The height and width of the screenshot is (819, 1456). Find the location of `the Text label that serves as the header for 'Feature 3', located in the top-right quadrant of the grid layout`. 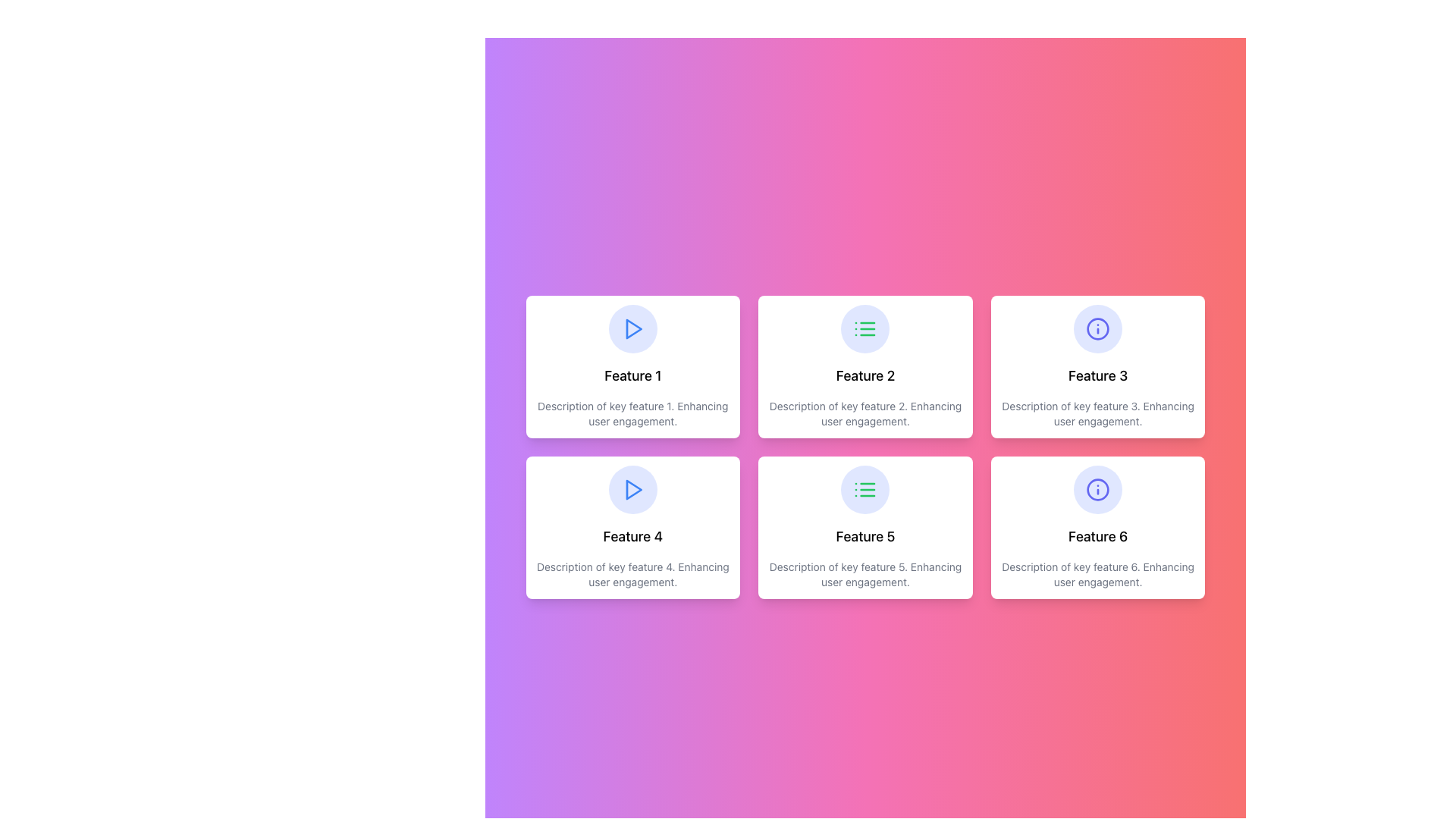

the Text label that serves as the header for 'Feature 3', located in the top-right quadrant of the grid layout is located at coordinates (1098, 375).